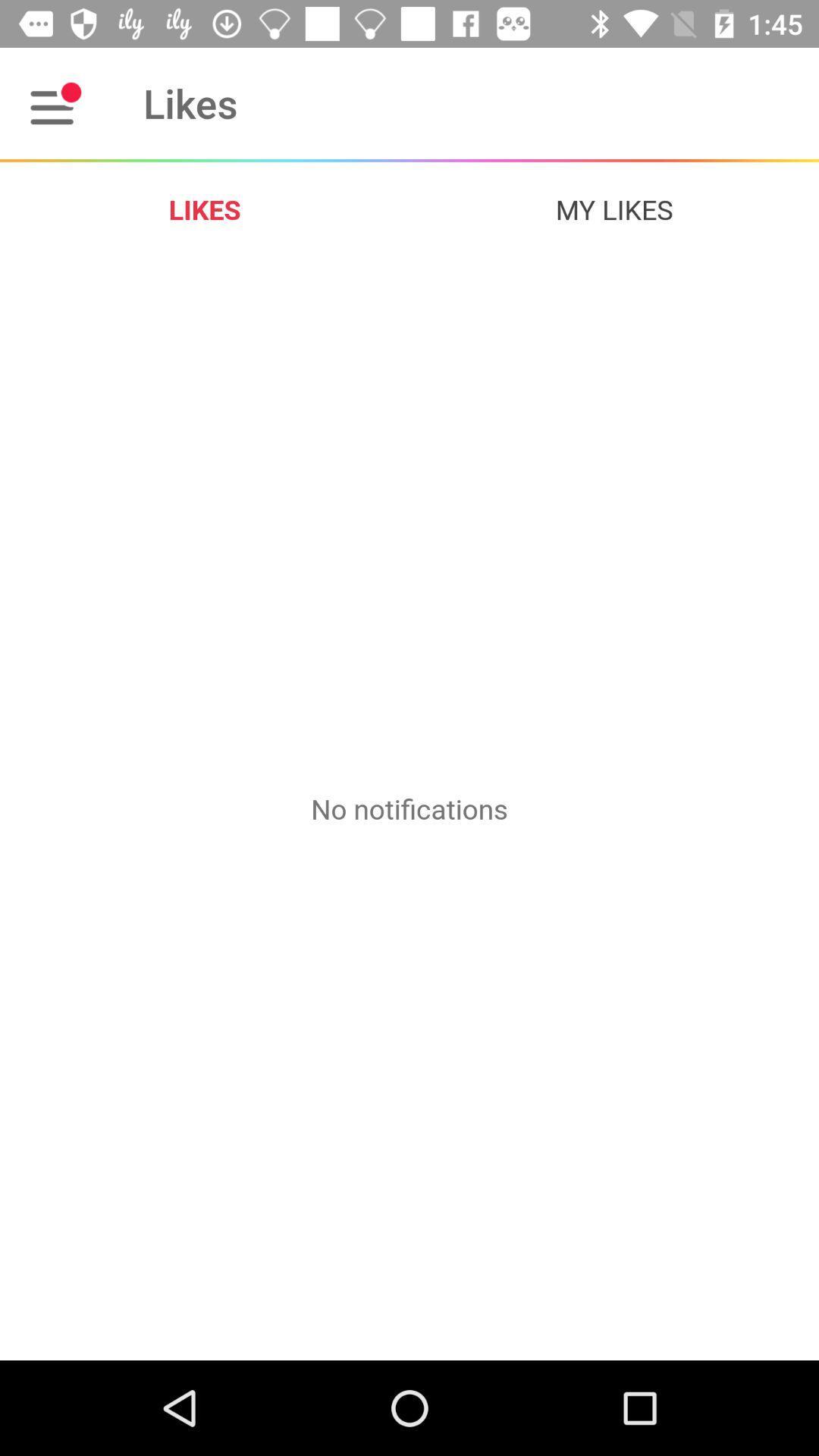 This screenshot has width=819, height=1456. Describe the element at coordinates (55, 102) in the screenshot. I see `see your profile` at that location.